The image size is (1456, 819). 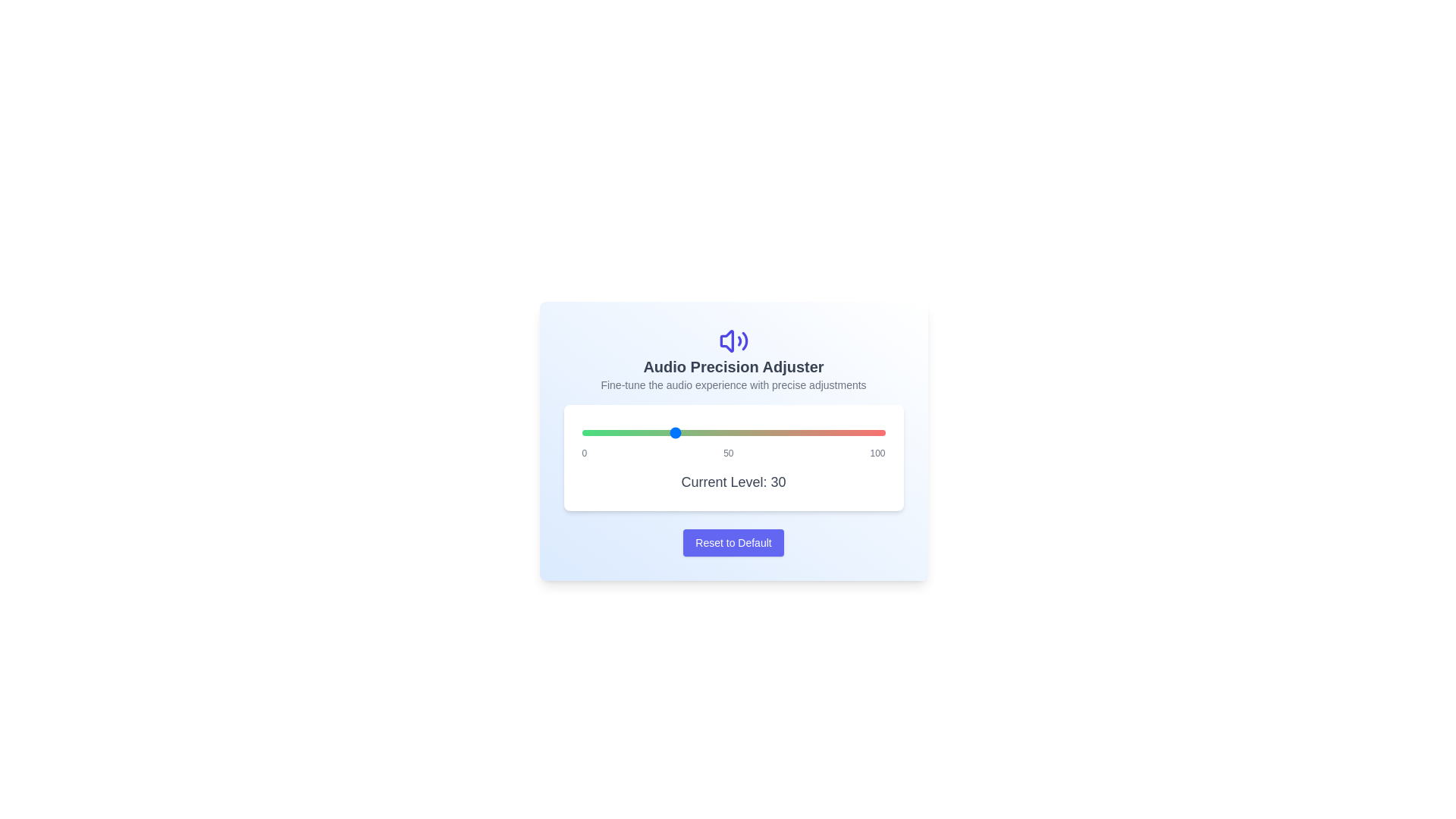 I want to click on the audio level to 70 using the slider, so click(x=793, y=432).